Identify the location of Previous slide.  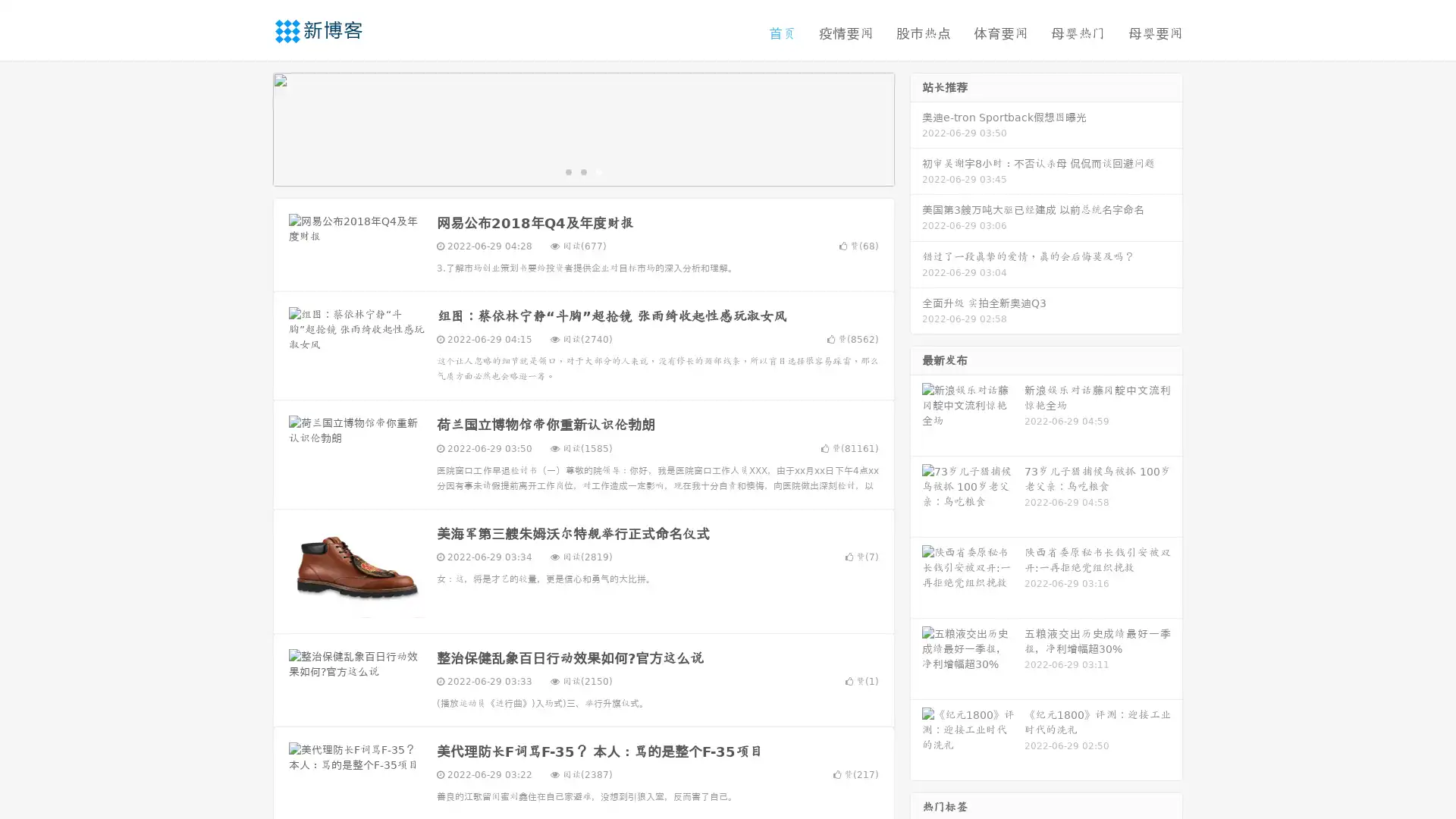
(250, 127).